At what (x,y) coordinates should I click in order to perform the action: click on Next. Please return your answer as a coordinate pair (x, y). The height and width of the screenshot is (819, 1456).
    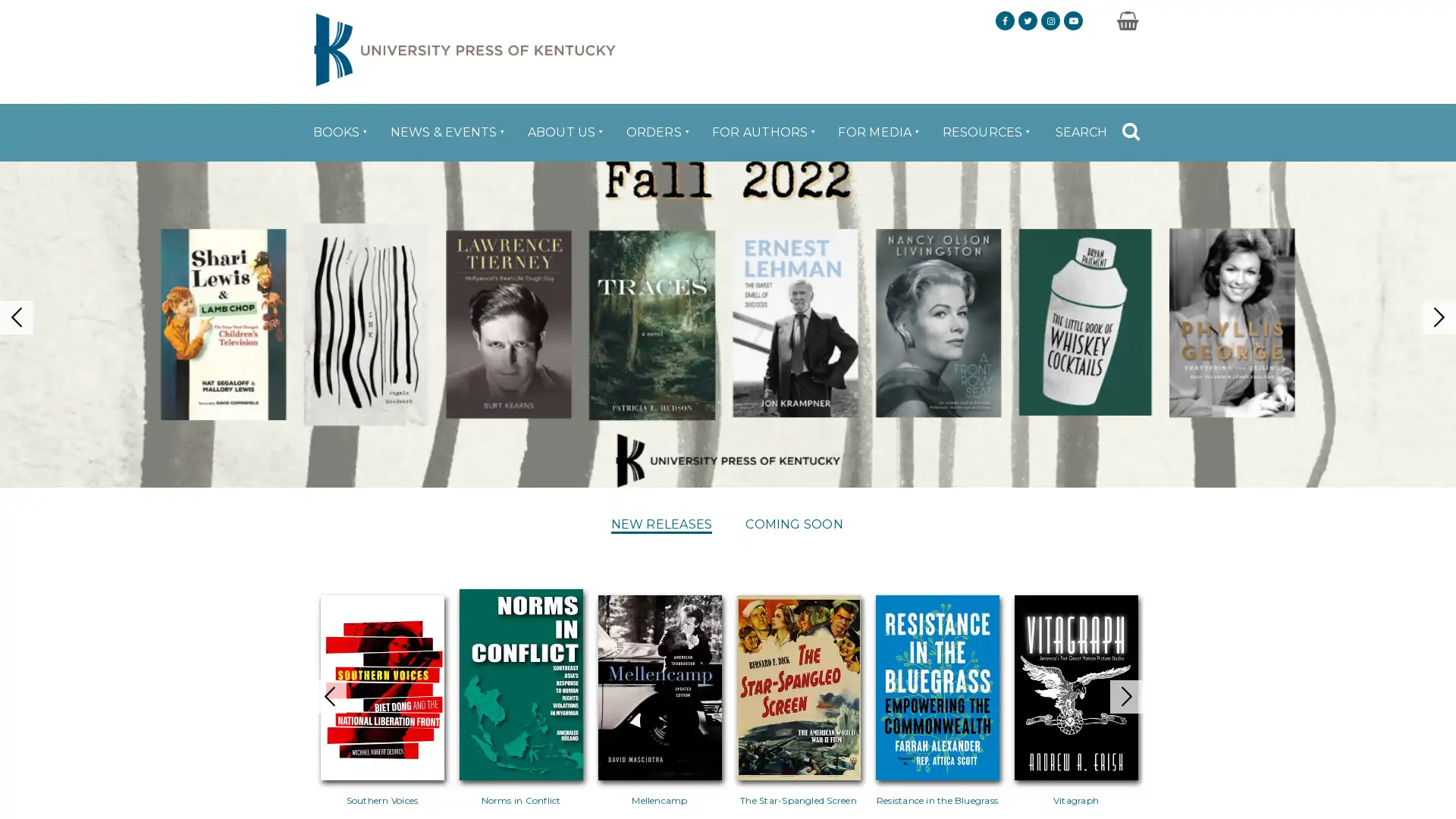
    Looking at the image, I should click on (1156, 672).